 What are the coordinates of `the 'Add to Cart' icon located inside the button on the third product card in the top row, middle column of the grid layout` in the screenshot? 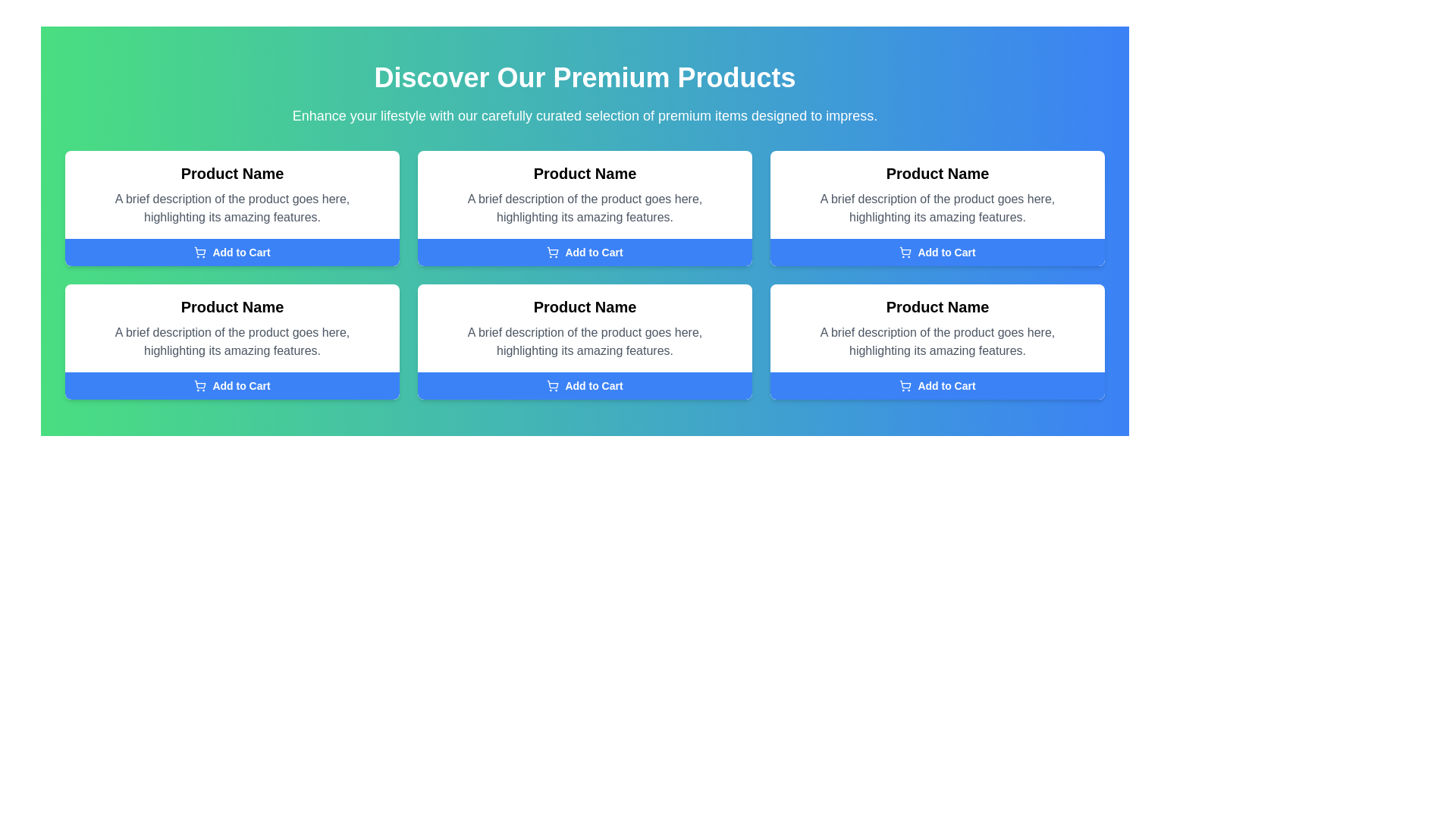 It's located at (552, 251).